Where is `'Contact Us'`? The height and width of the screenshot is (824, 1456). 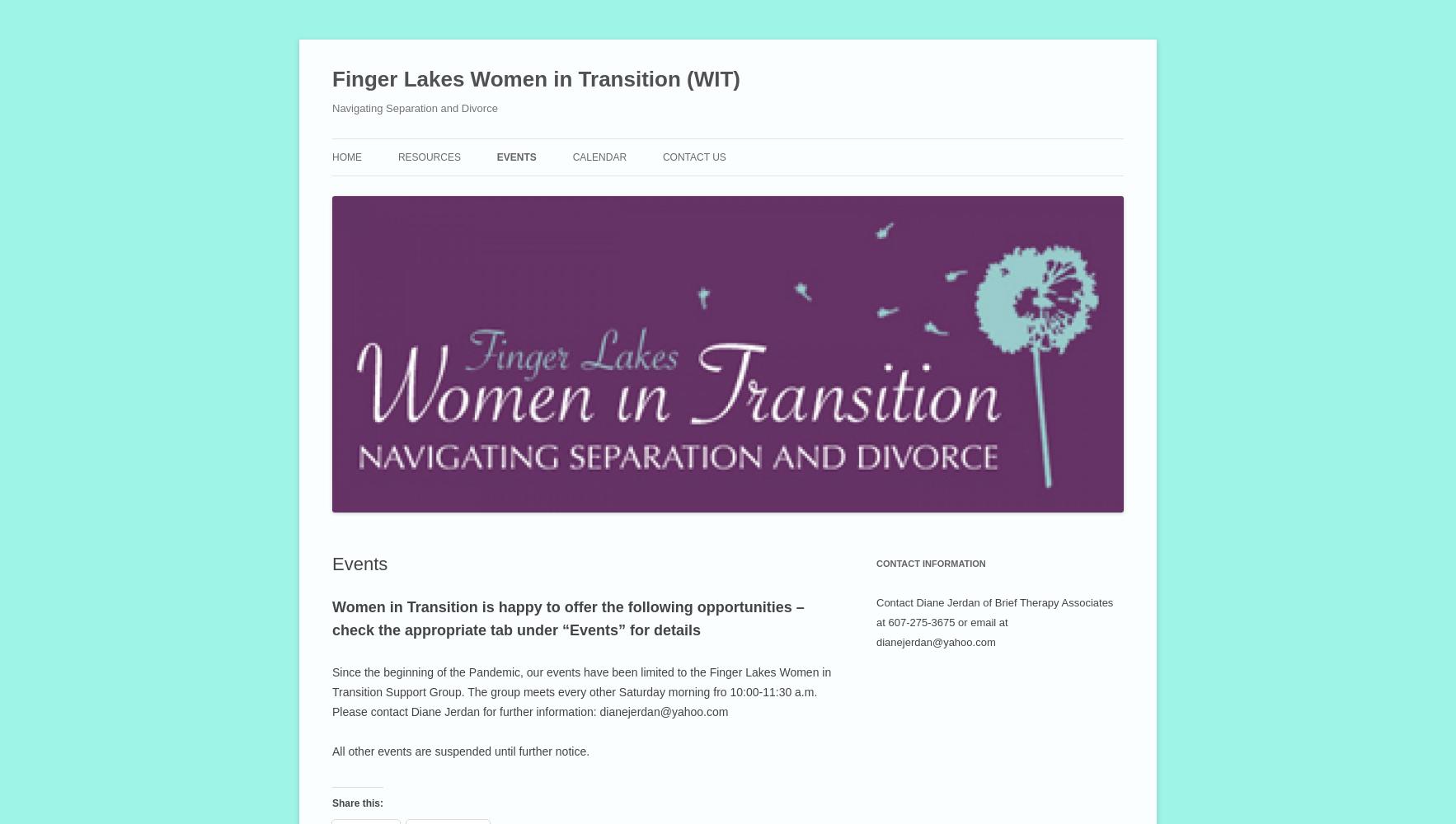 'Contact Us' is located at coordinates (662, 157).